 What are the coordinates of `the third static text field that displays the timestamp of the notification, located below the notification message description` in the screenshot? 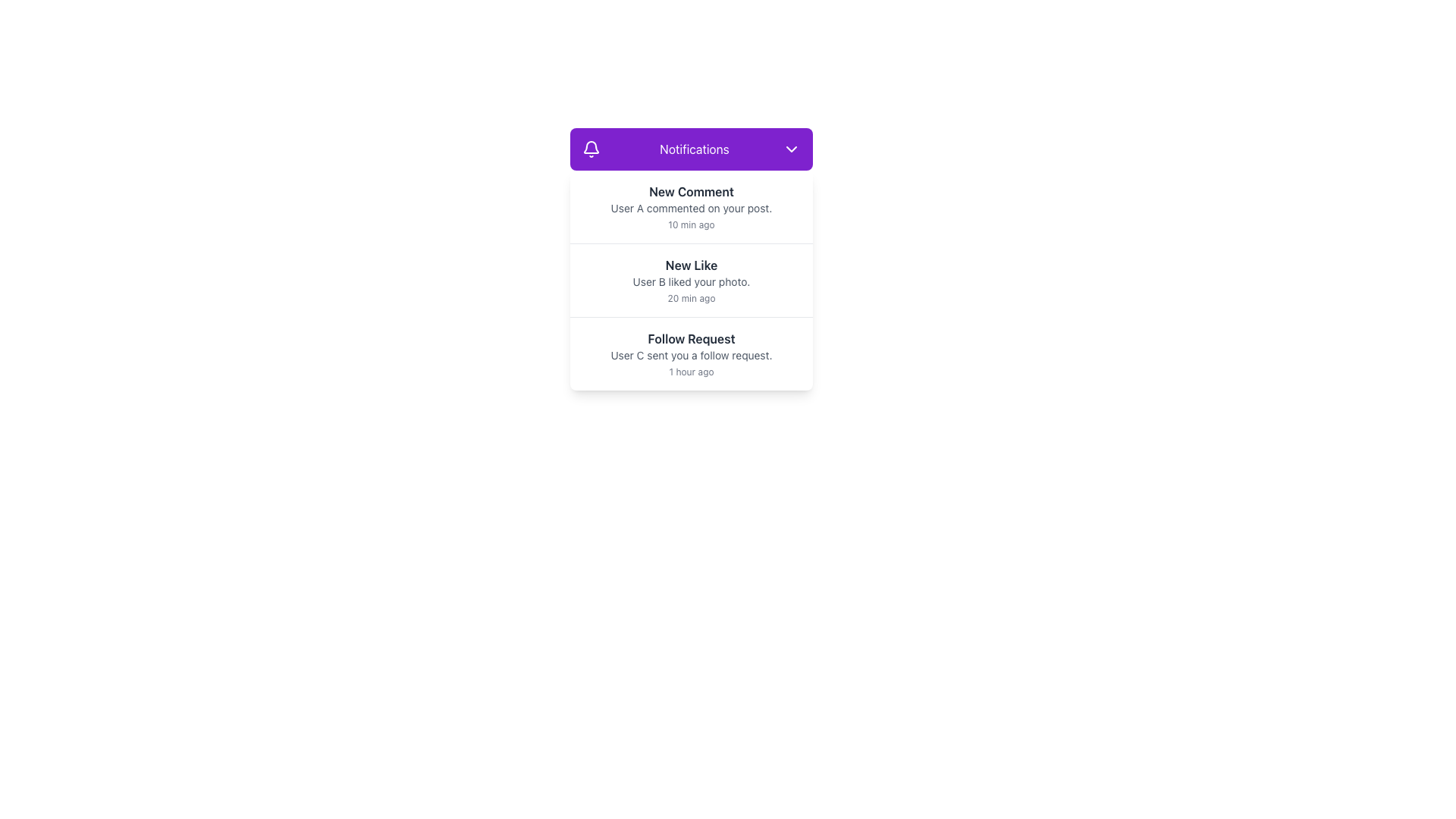 It's located at (691, 372).